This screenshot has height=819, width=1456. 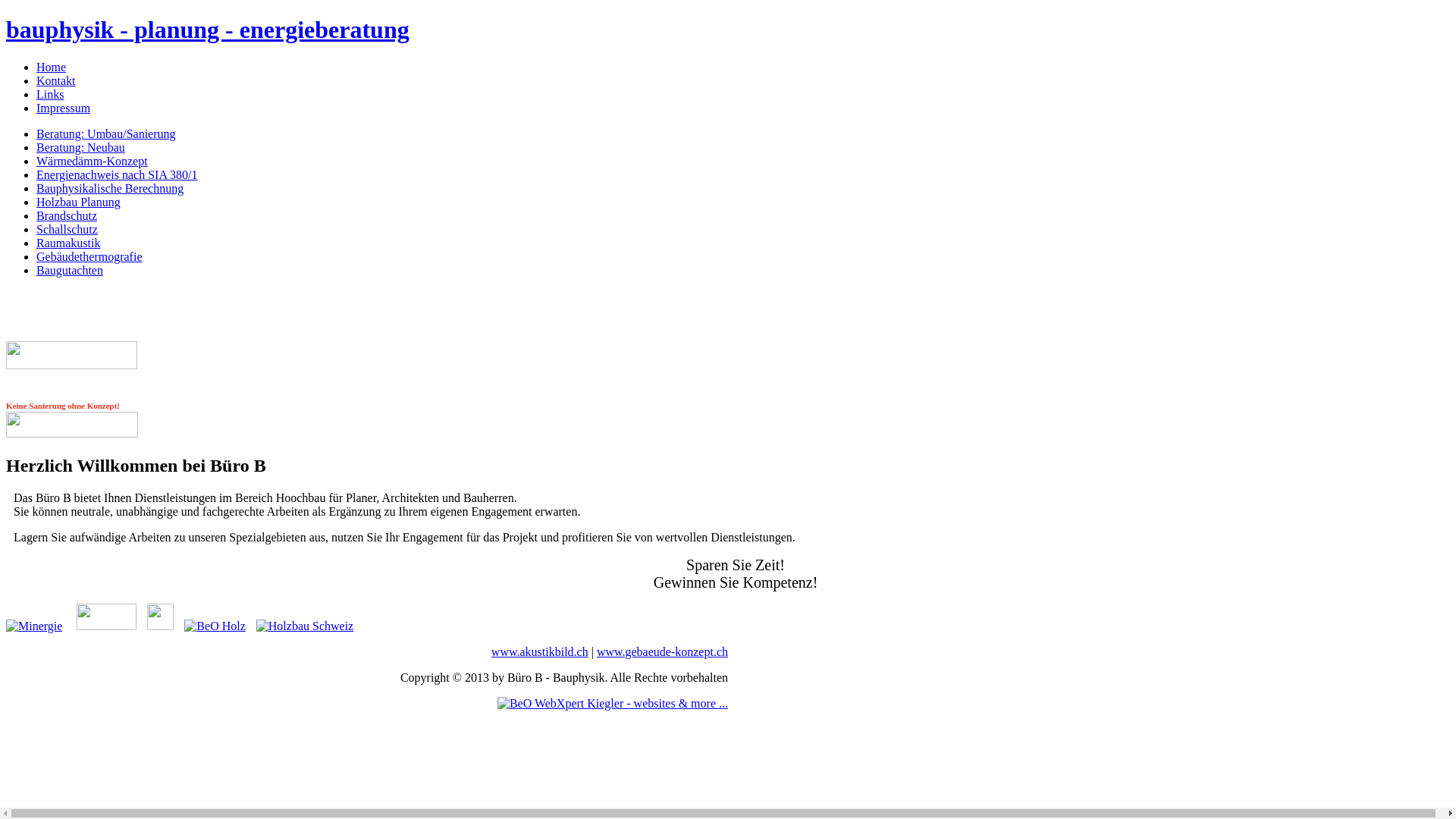 I want to click on 'www.akustikbild.ch', so click(x=539, y=651).